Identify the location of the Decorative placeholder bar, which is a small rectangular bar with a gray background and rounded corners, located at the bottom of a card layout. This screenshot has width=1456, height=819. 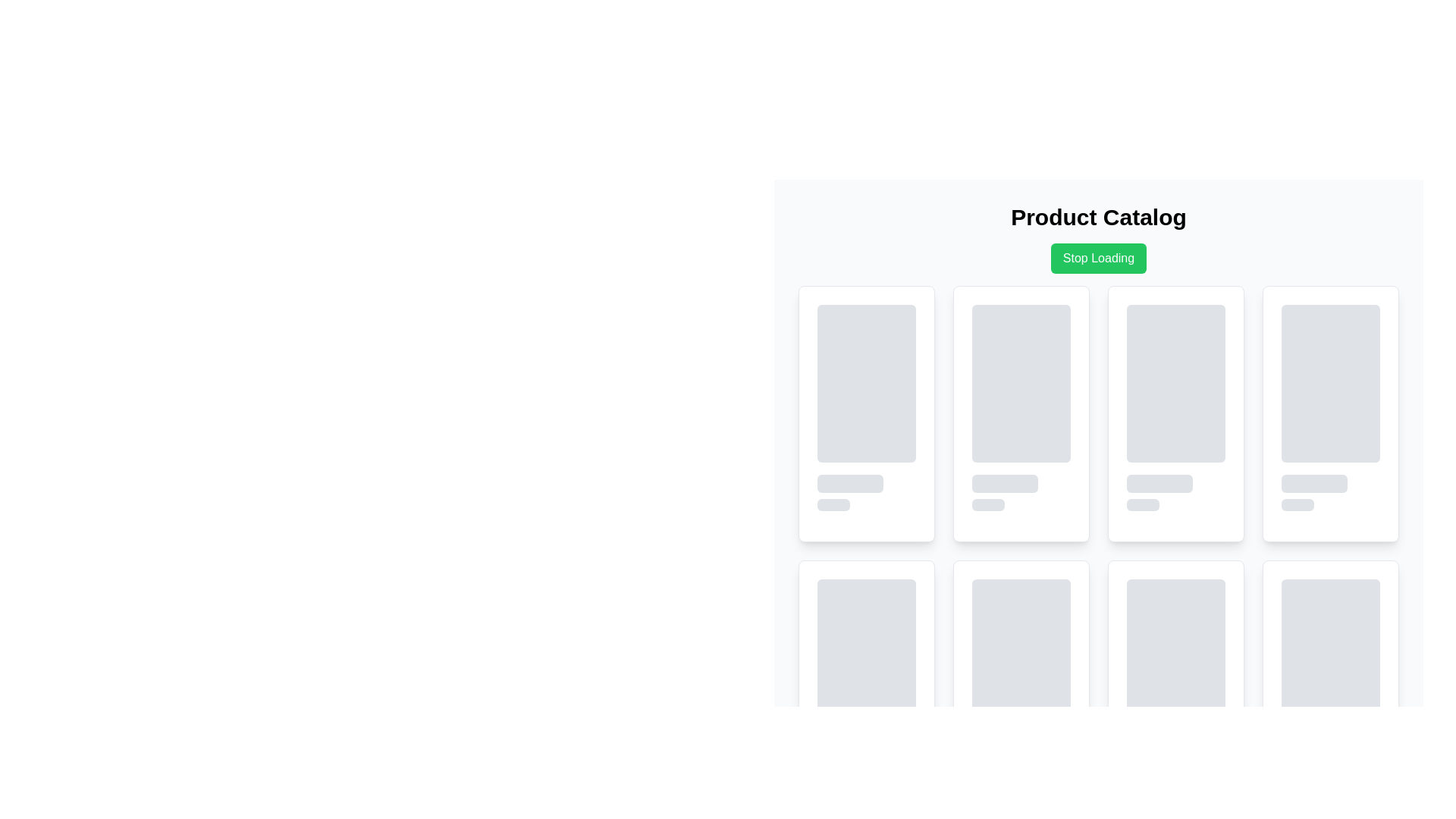
(988, 505).